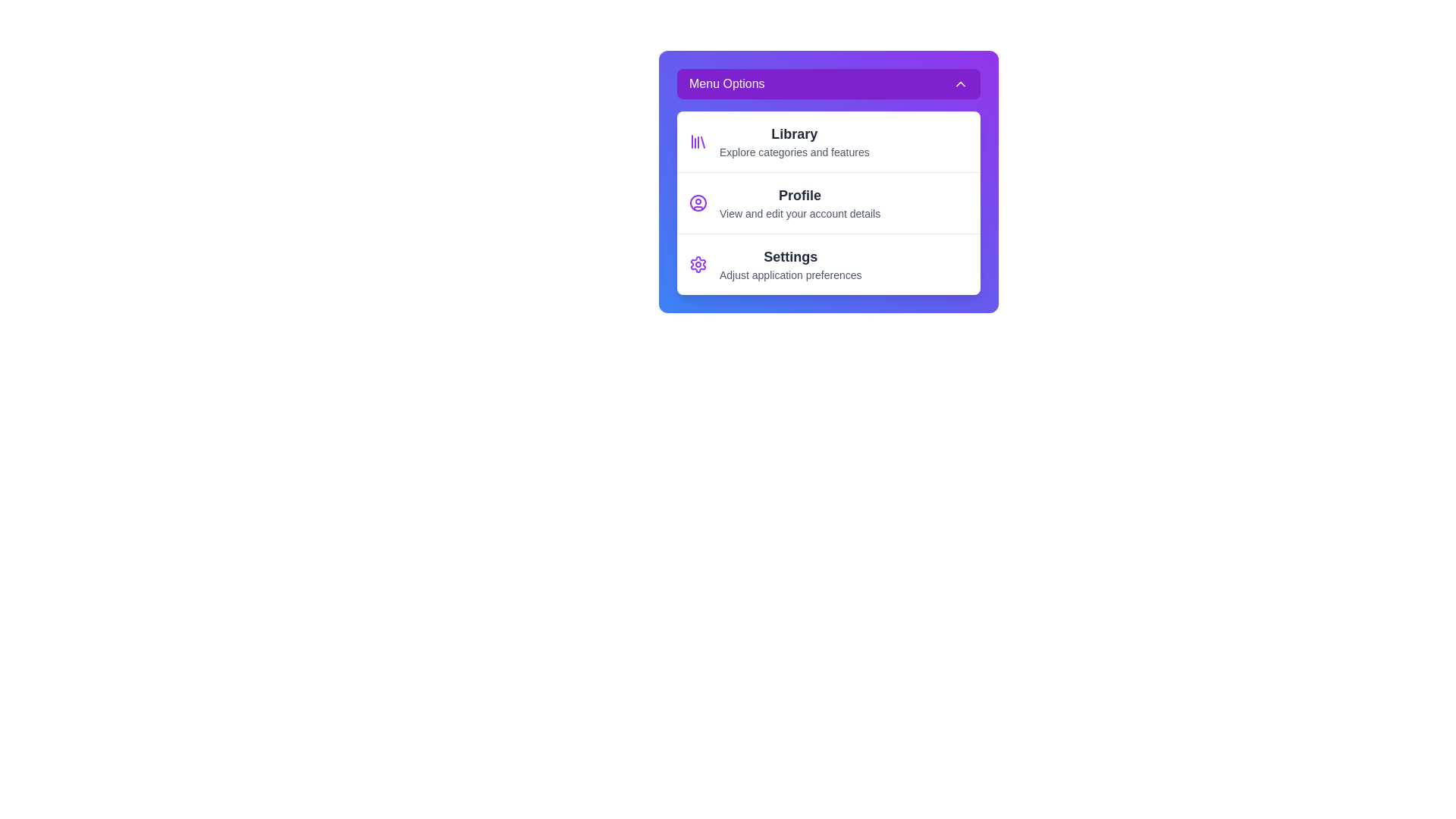  What do you see at coordinates (793, 152) in the screenshot?
I see `the static text element located directly underneath the 'Library' heading in the menu panel, which provides additional context for the 'Library' option` at bounding box center [793, 152].